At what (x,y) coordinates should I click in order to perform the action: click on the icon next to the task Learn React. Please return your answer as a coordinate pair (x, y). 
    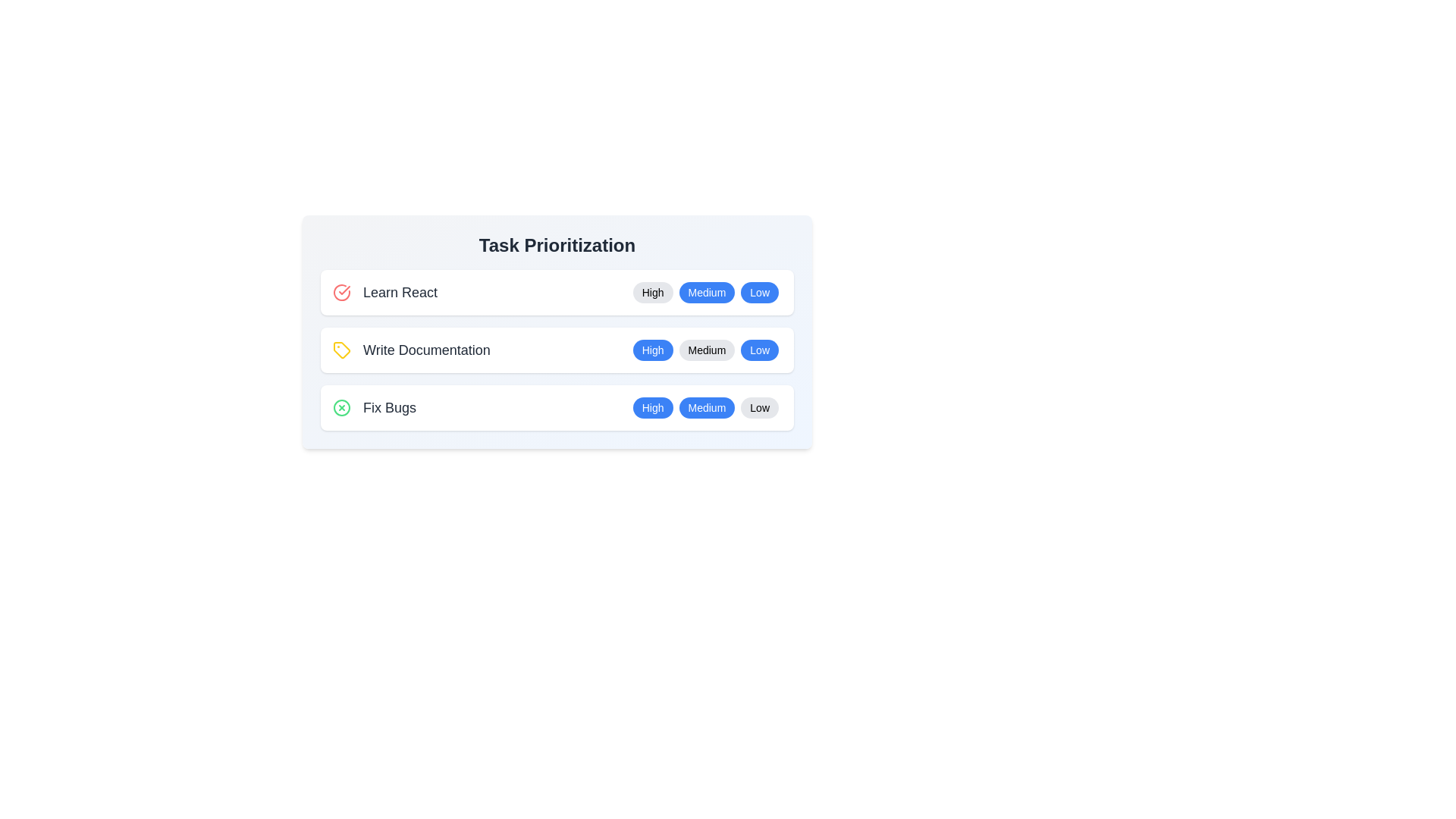
    Looking at the image, I should click on (341, 292).